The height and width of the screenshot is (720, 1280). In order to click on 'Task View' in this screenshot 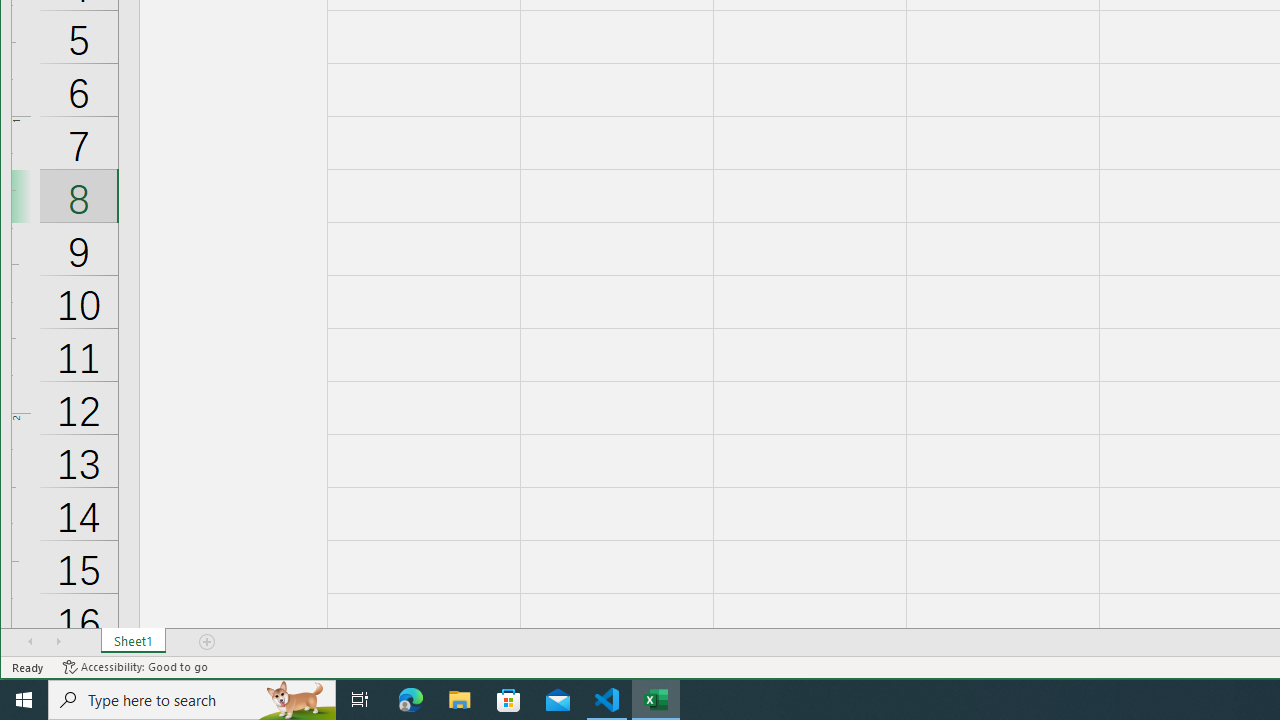, I will do `click(359, 698)`.